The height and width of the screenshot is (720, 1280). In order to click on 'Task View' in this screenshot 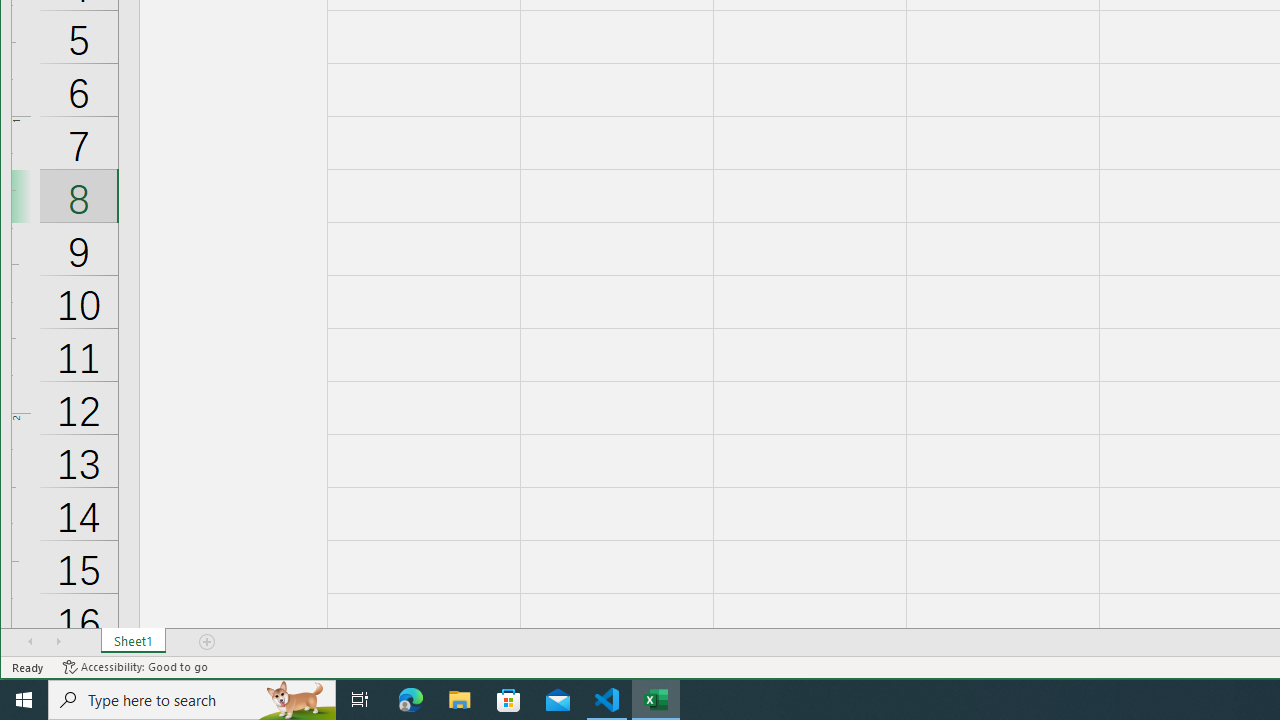, I will do `click(359, 698)`.